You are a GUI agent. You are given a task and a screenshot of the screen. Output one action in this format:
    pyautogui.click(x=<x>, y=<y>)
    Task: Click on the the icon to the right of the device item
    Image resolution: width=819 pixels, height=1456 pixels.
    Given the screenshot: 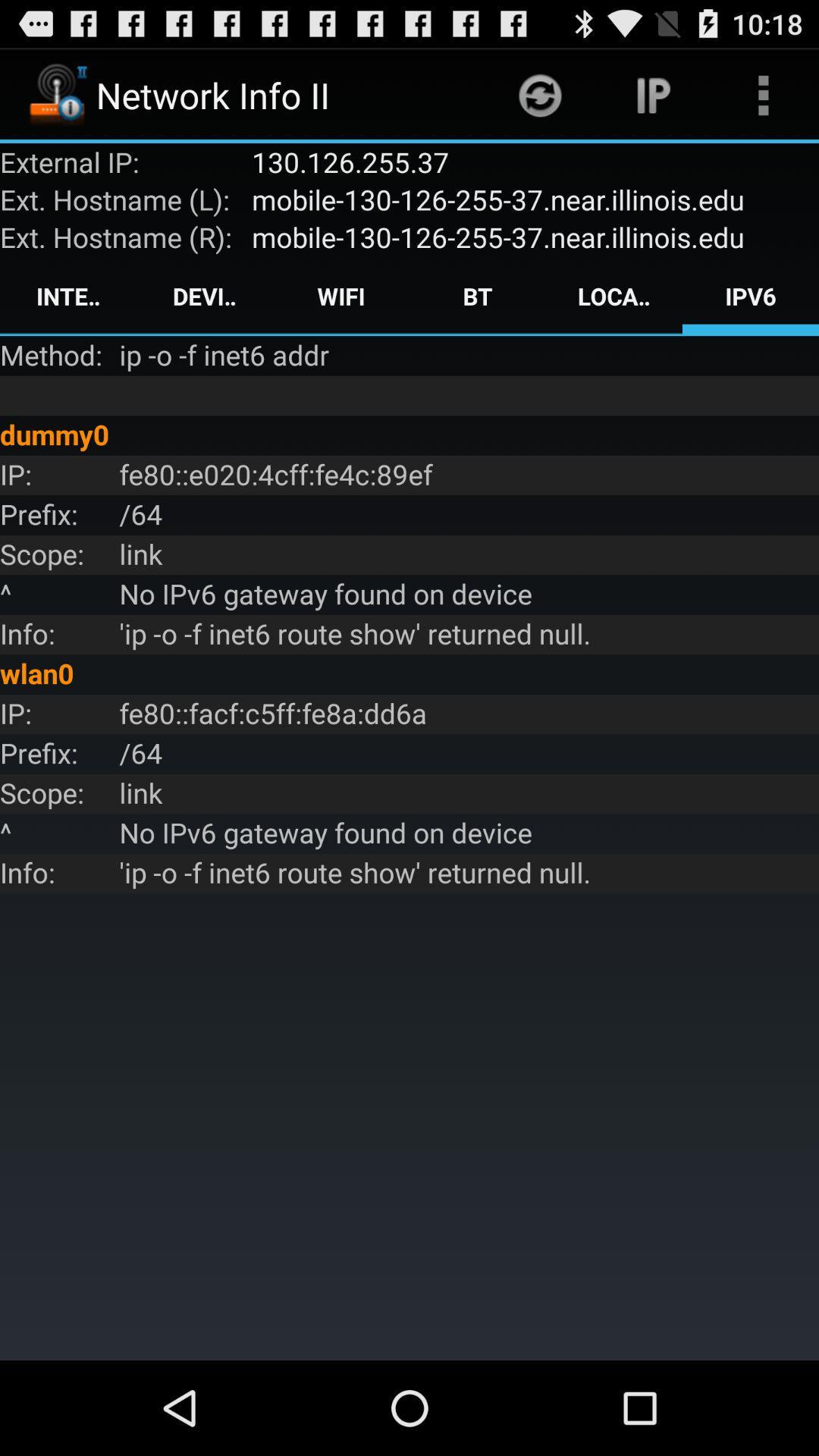 What is the action you would take?
    pyautogui.click(x=341, y=296)
    